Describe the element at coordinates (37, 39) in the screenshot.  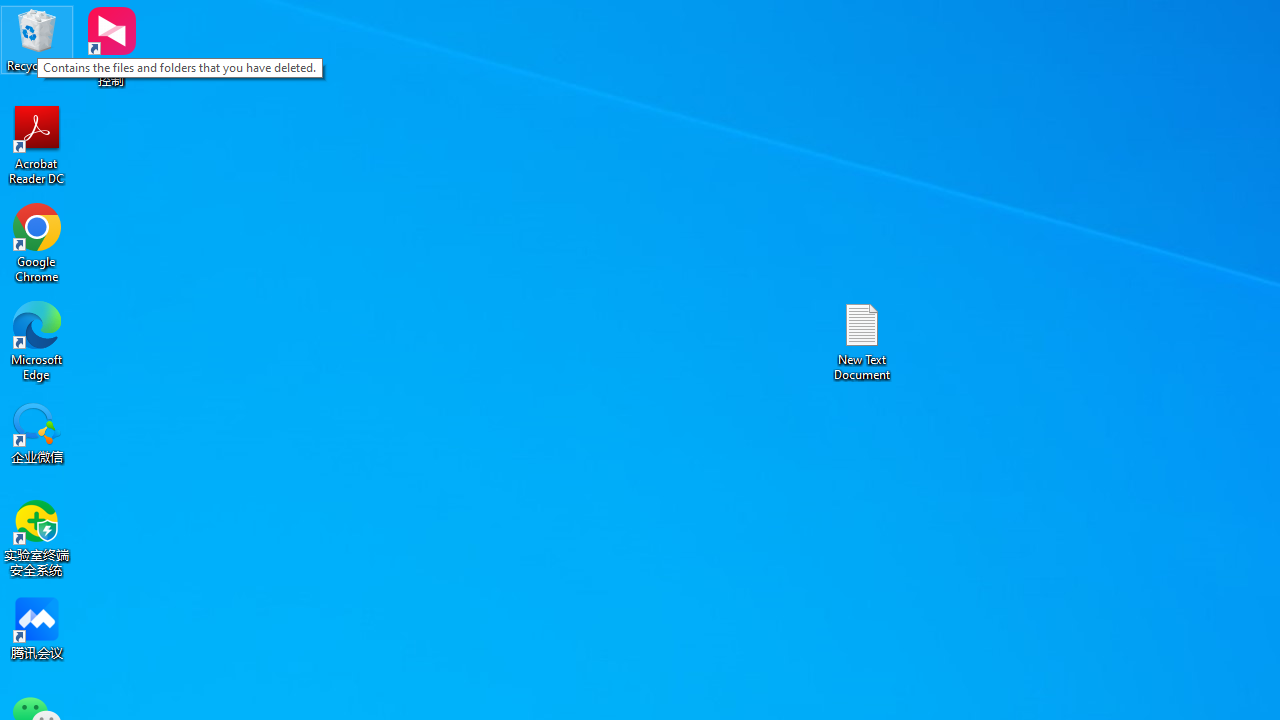
I see `'Recycle Bin'` at that location.